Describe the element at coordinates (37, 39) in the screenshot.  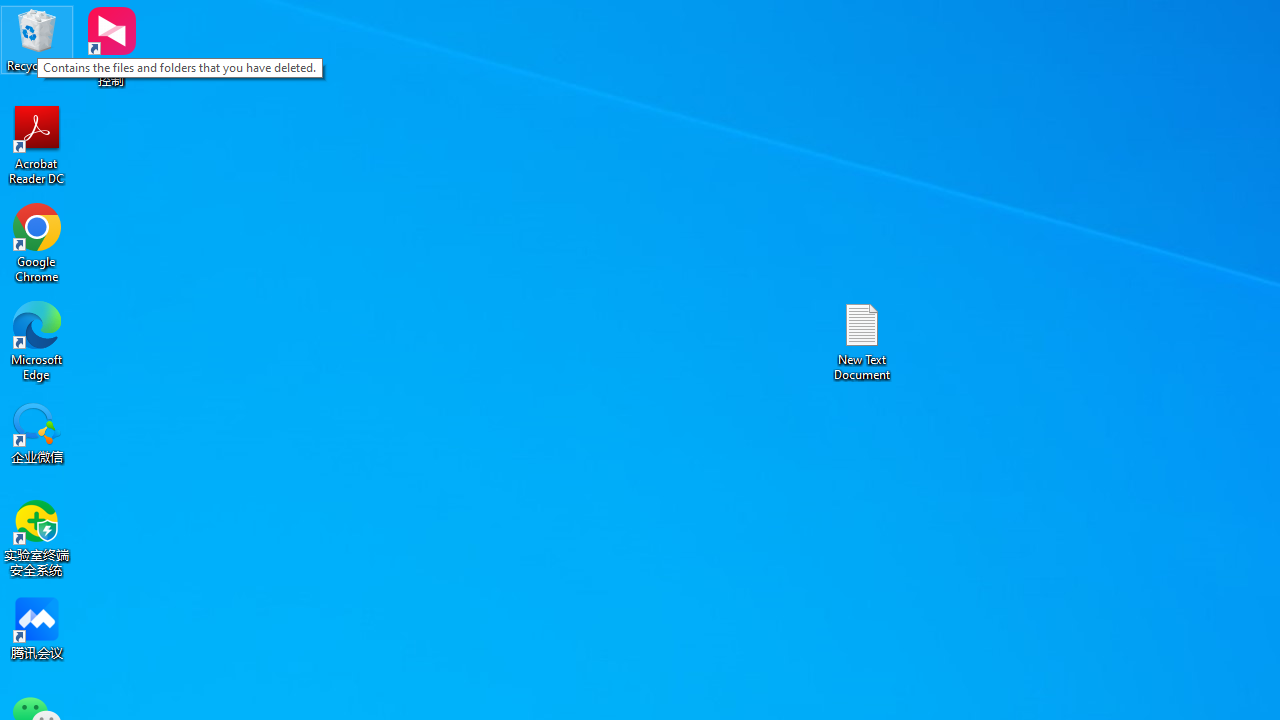
I see `'Recycle Bin'` at that location.